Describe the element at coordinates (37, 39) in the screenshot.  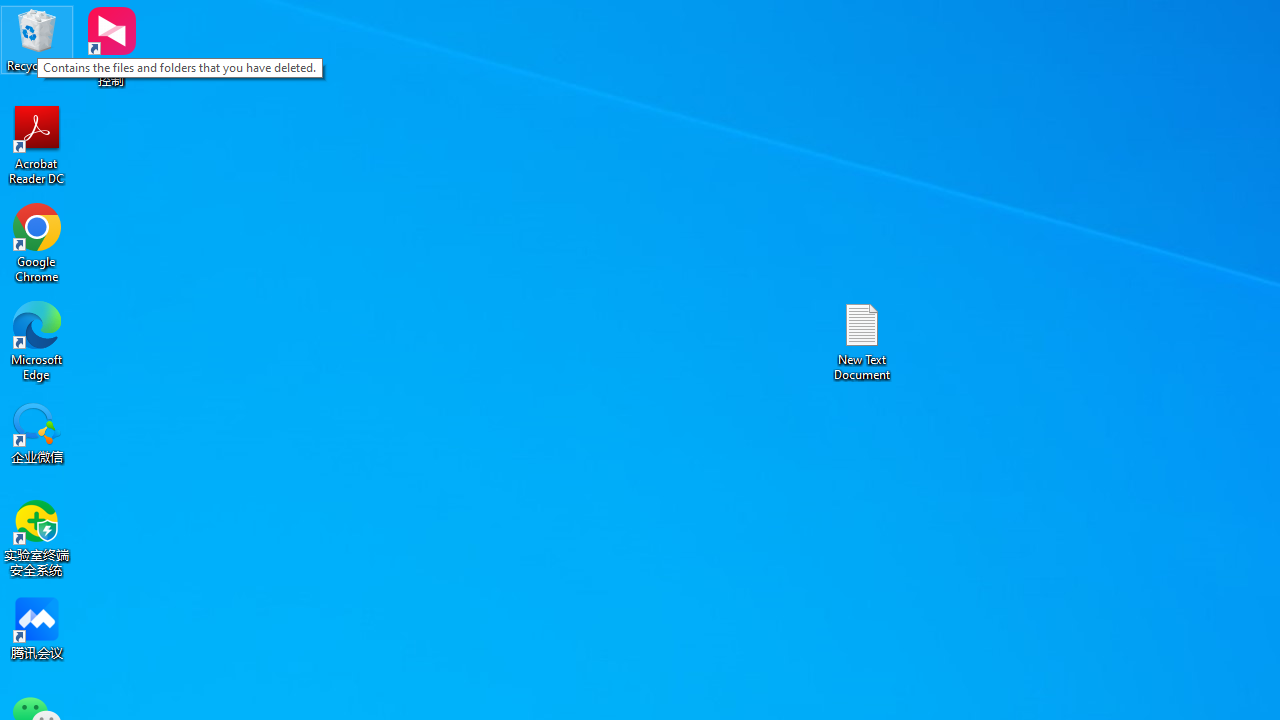
I see `'Recycle Bin'` at that location.